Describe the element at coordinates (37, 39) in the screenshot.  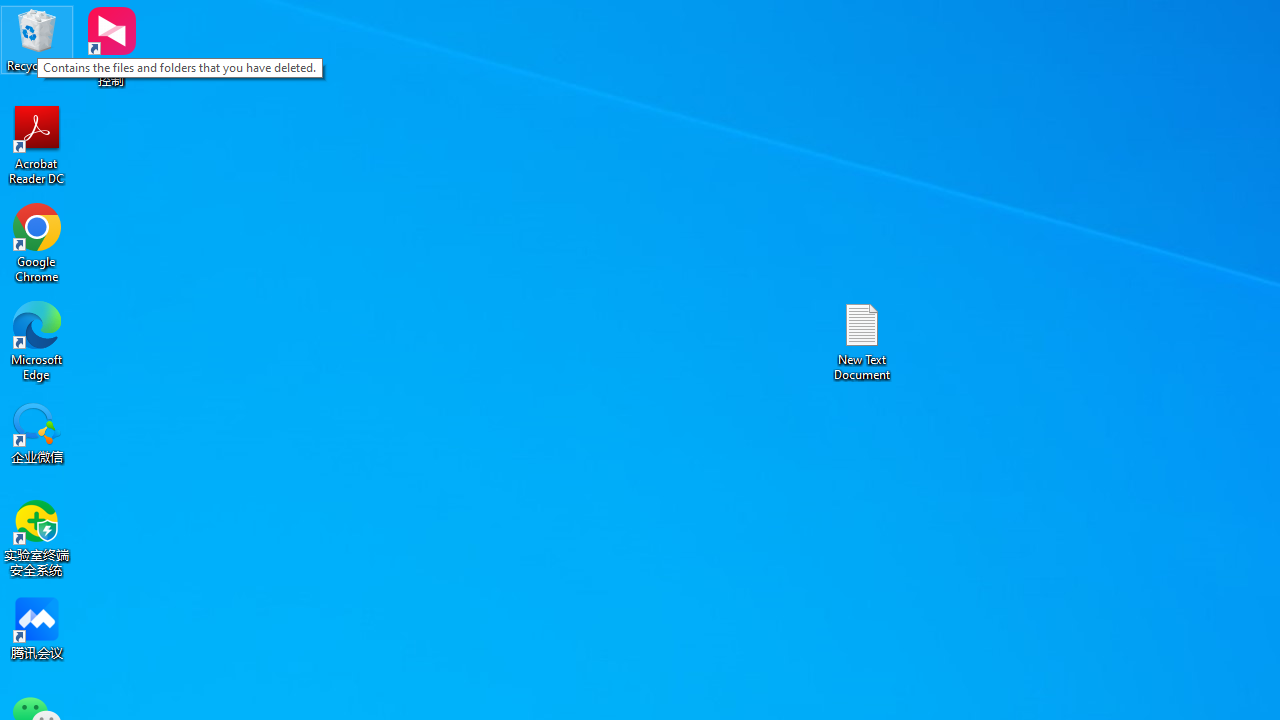
I see `'Recycle Bin'` at that location.